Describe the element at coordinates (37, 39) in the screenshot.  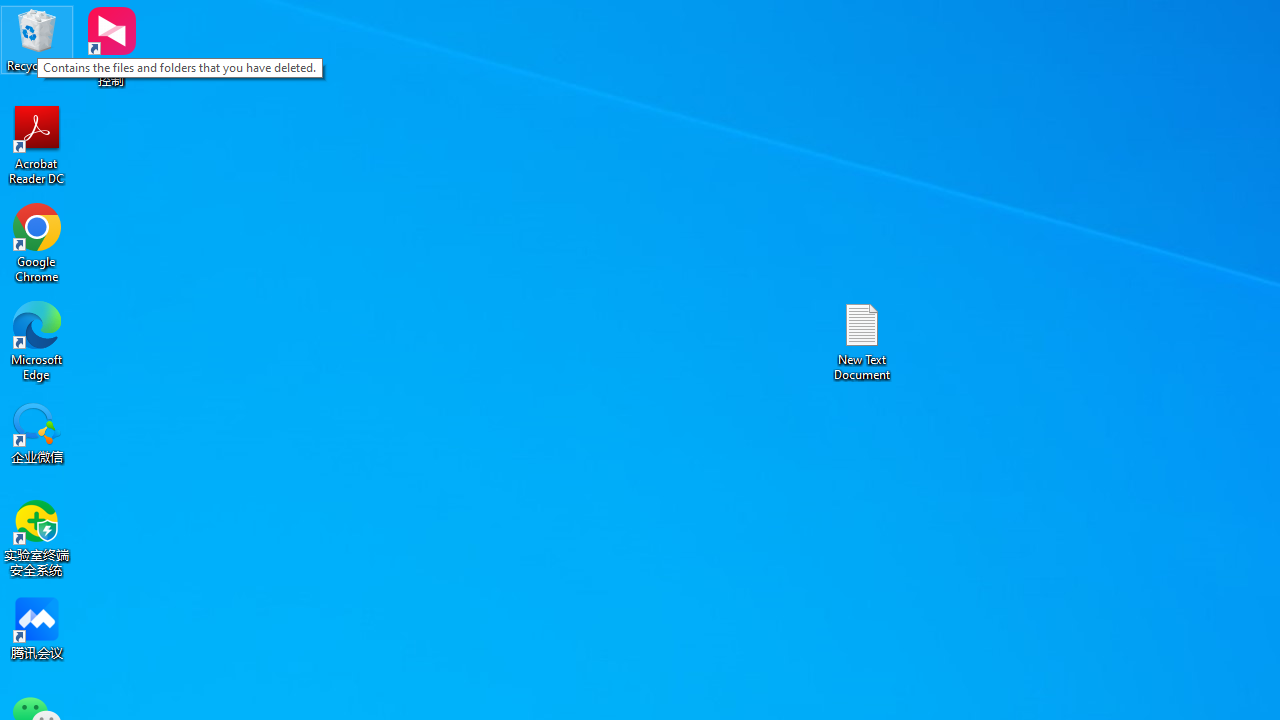
I see `'Recycle Bin'` at that location.